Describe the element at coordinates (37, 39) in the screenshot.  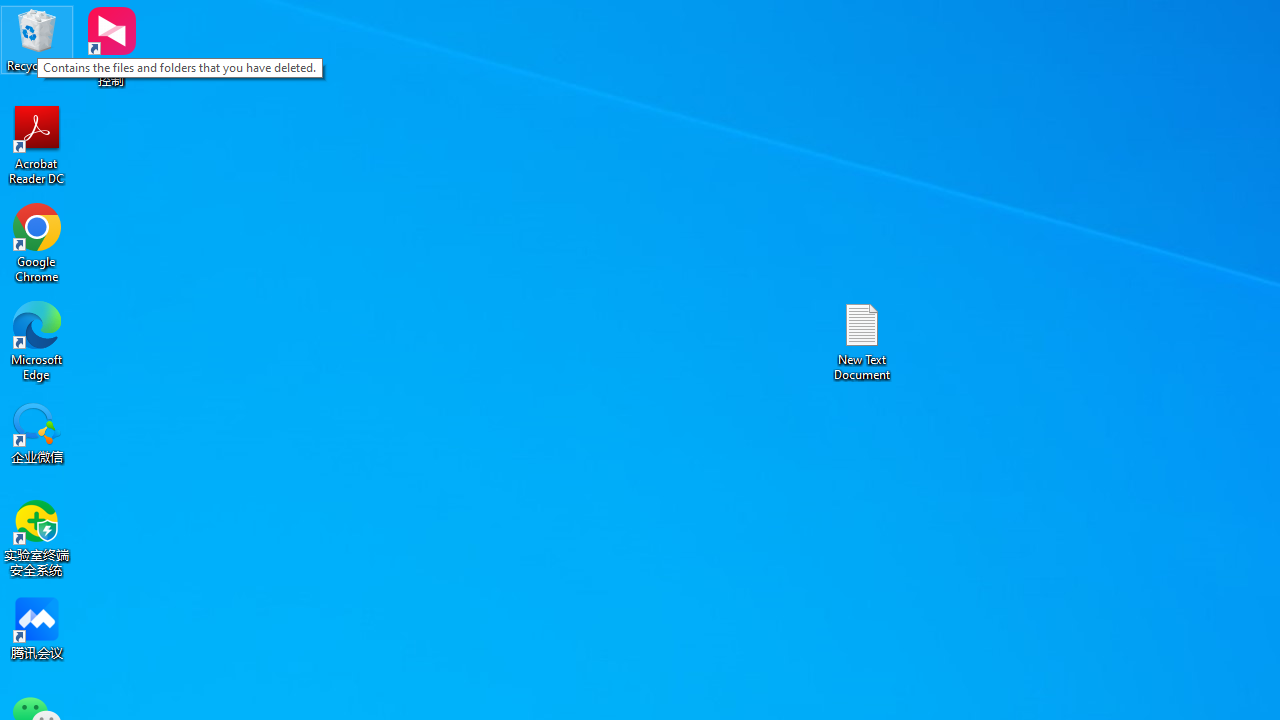
I see `'Recycle Bin'` at that location.